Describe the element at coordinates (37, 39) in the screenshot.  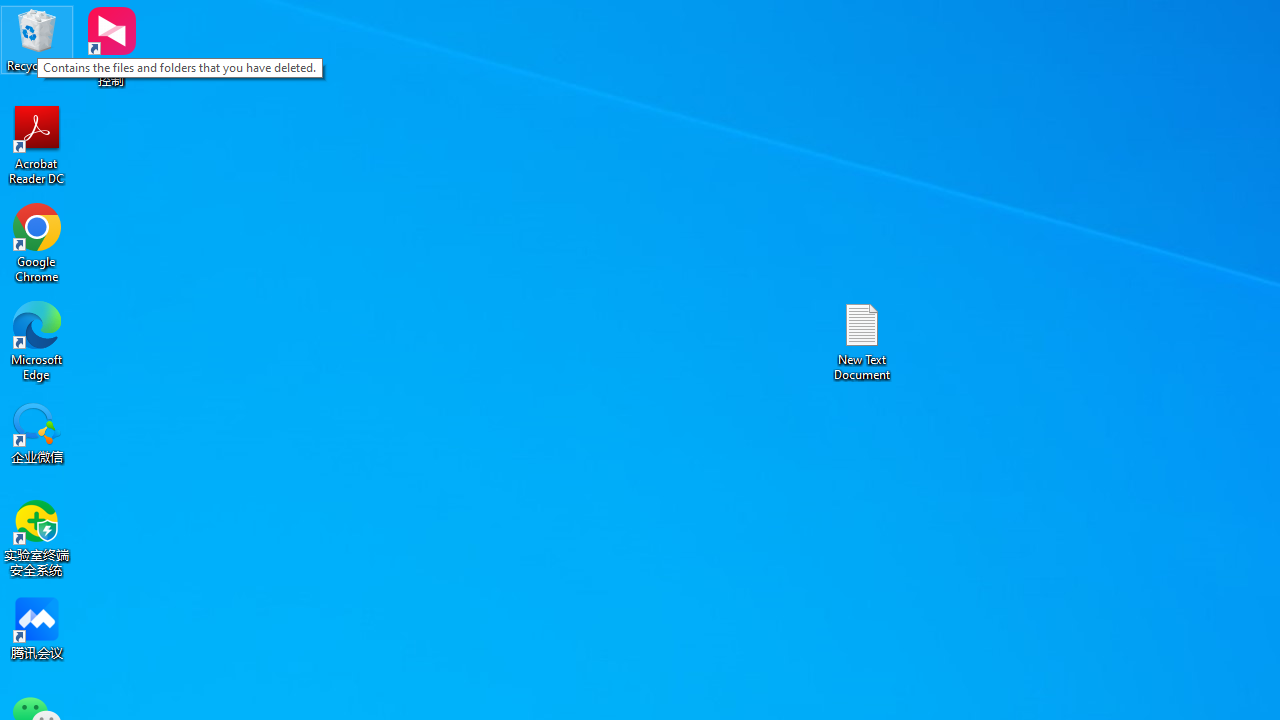
I see `'Recycle Bin'` at that location.